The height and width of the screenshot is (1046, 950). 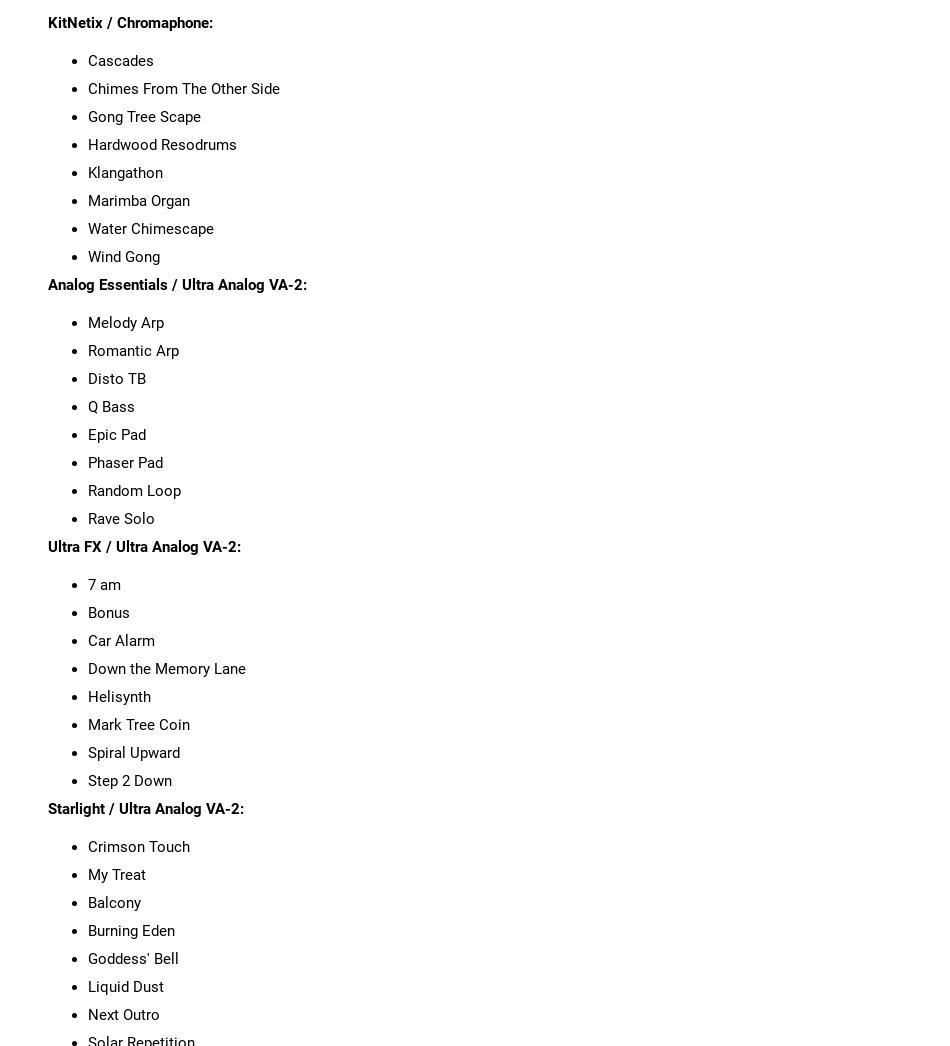 I want to click on 'Analog Essentials / Ultra Analog VA-2:', so click(x=176, y=283).